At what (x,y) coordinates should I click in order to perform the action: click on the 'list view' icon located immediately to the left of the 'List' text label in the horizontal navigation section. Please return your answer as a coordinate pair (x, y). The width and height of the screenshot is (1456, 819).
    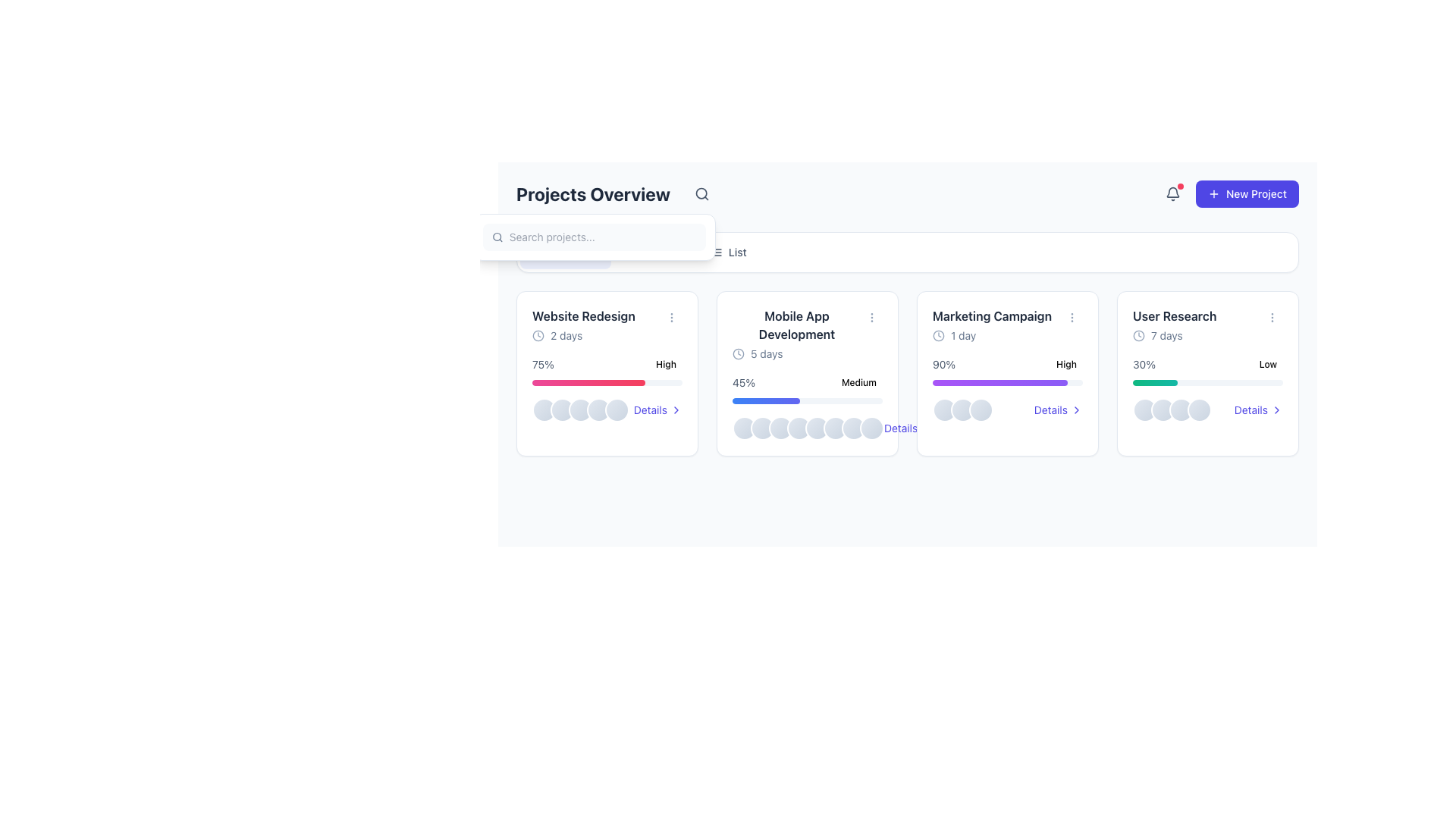
    Looking at the image, I should click on (715, 251).